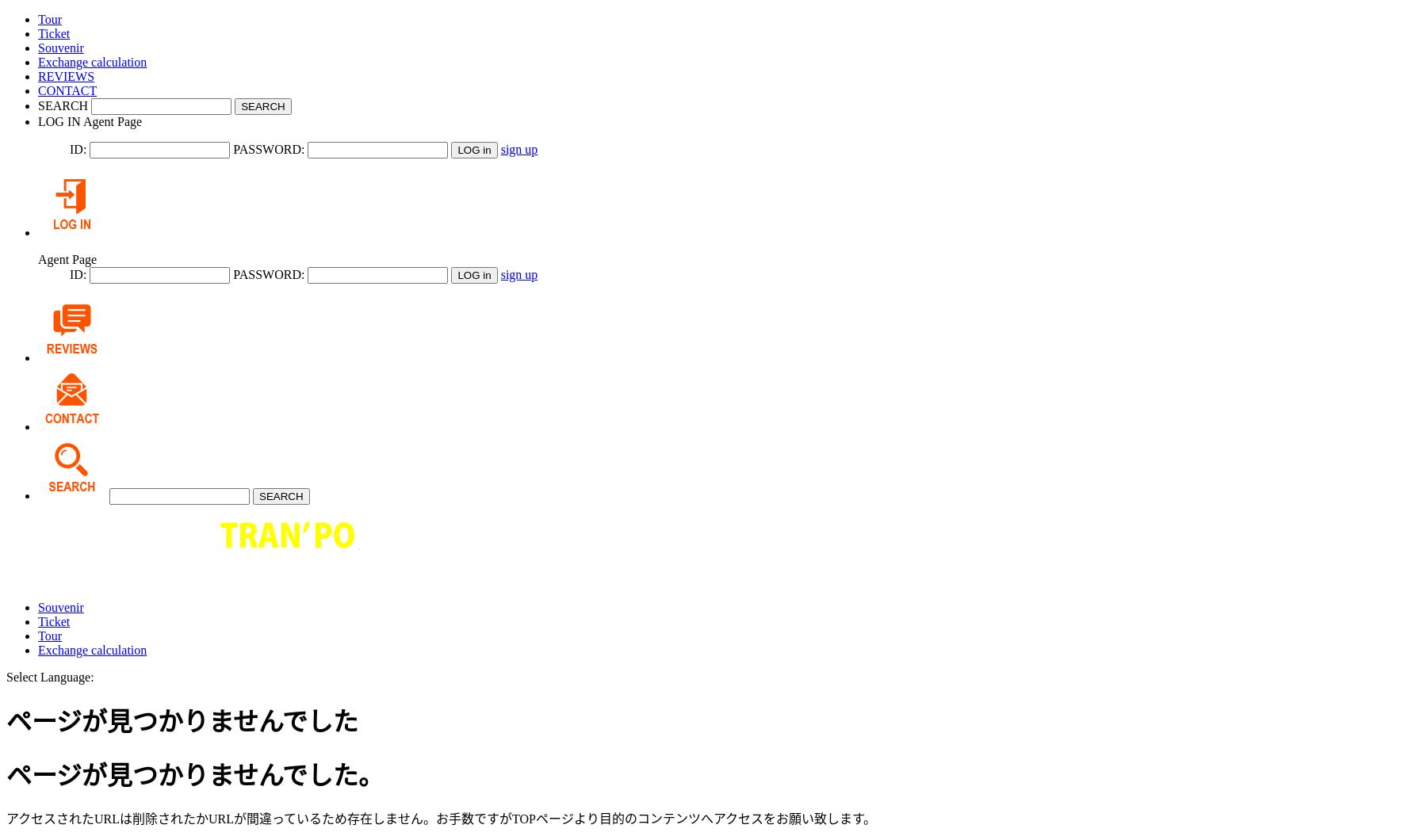 The width and height of the screenshot is (1427, 840). What do you see at coordinates (62, 105) in the screenshot?
I see `'SEARCH'` at bounding box center [62, 105].